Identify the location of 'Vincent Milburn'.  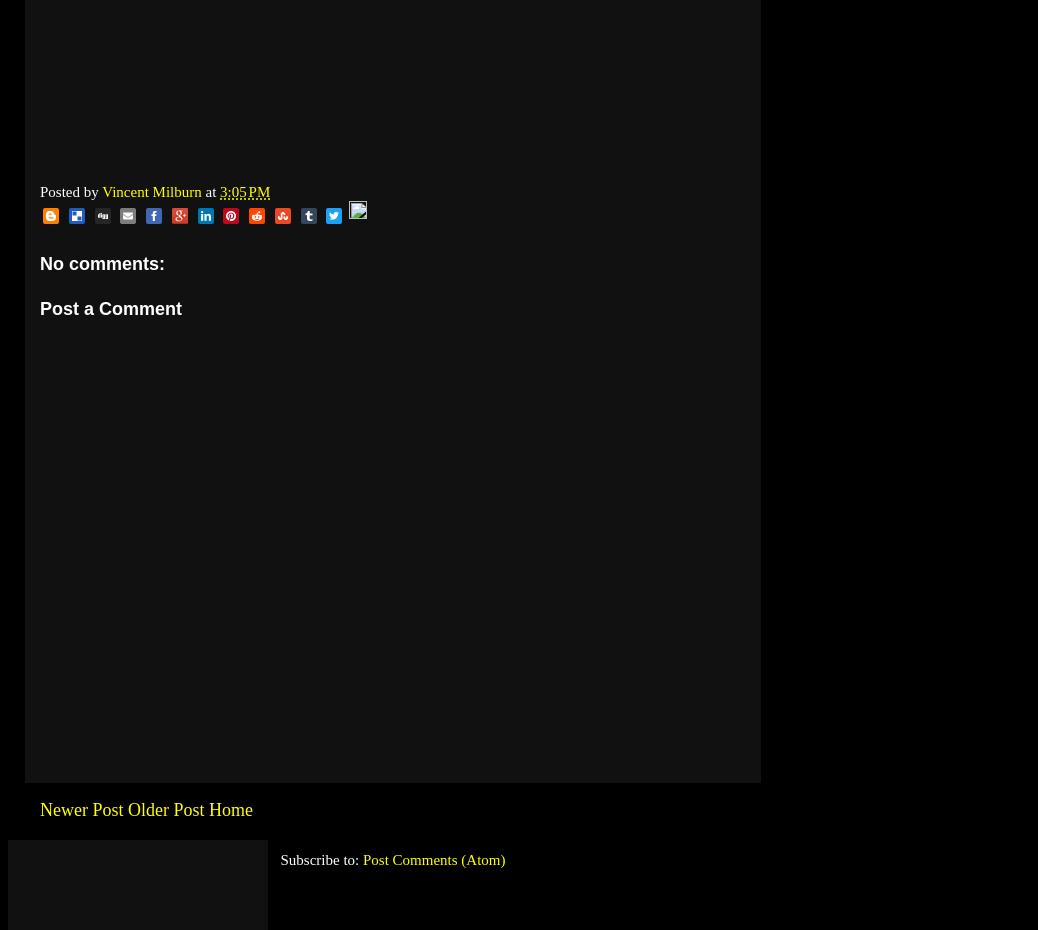
(150, 191).